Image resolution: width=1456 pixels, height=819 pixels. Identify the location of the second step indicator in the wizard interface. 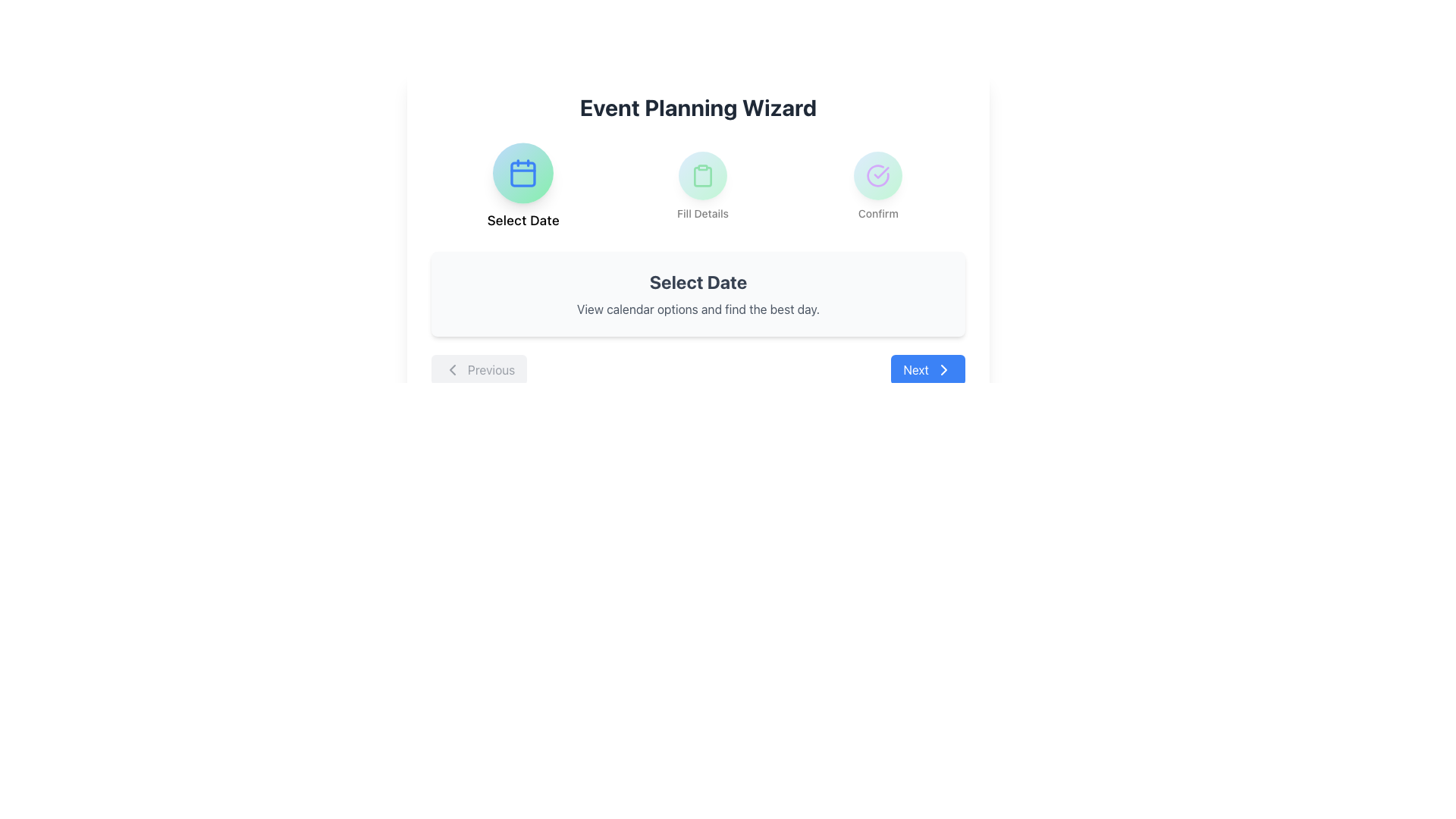
(702, 186).